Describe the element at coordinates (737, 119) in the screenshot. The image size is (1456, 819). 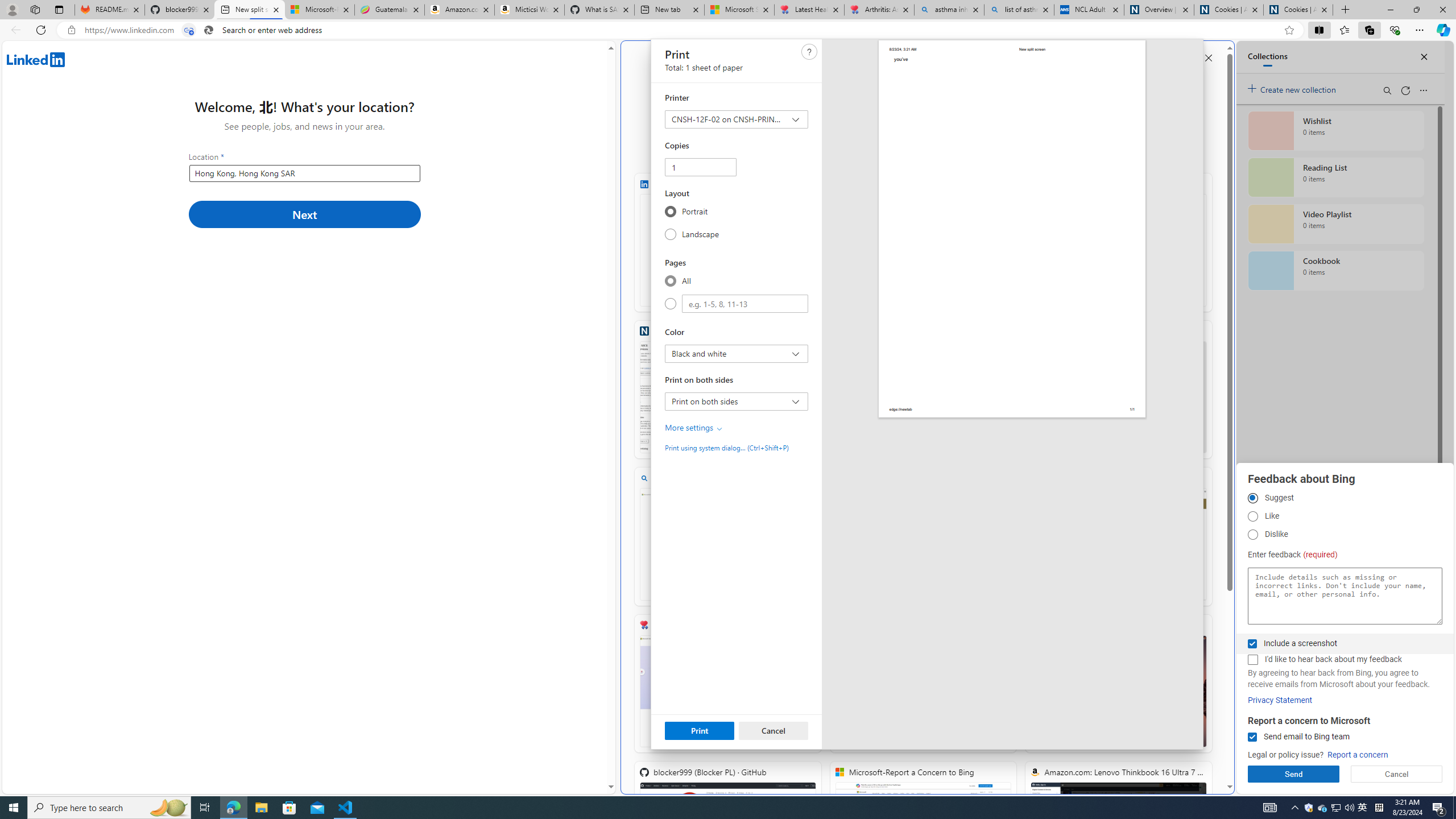
I see `'Printer CNSH-12F-02 on CNSH-PRINT-01'` at that location.